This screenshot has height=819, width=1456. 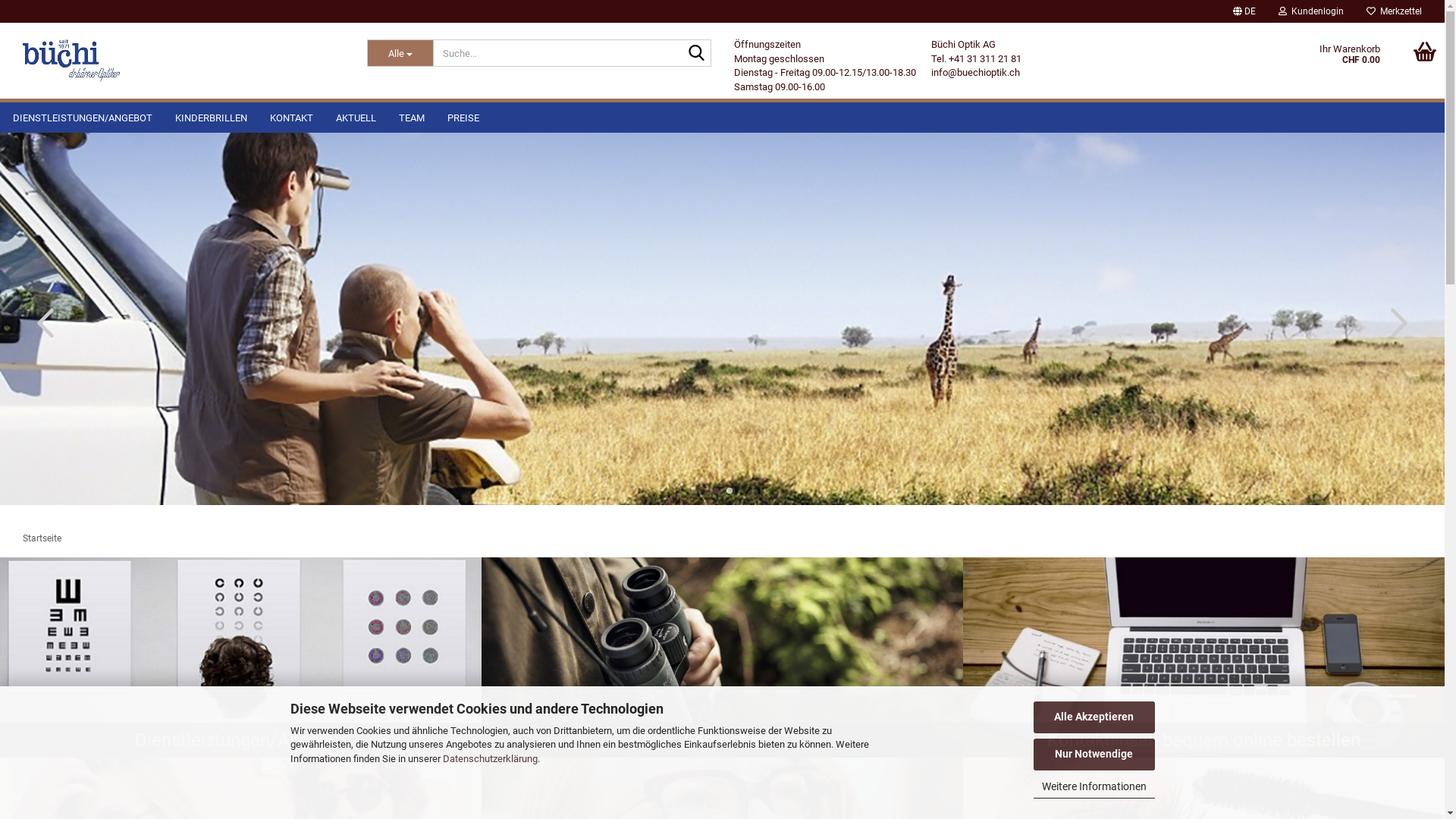 I want to click on 'TEAM', so click(x=411, y=116).